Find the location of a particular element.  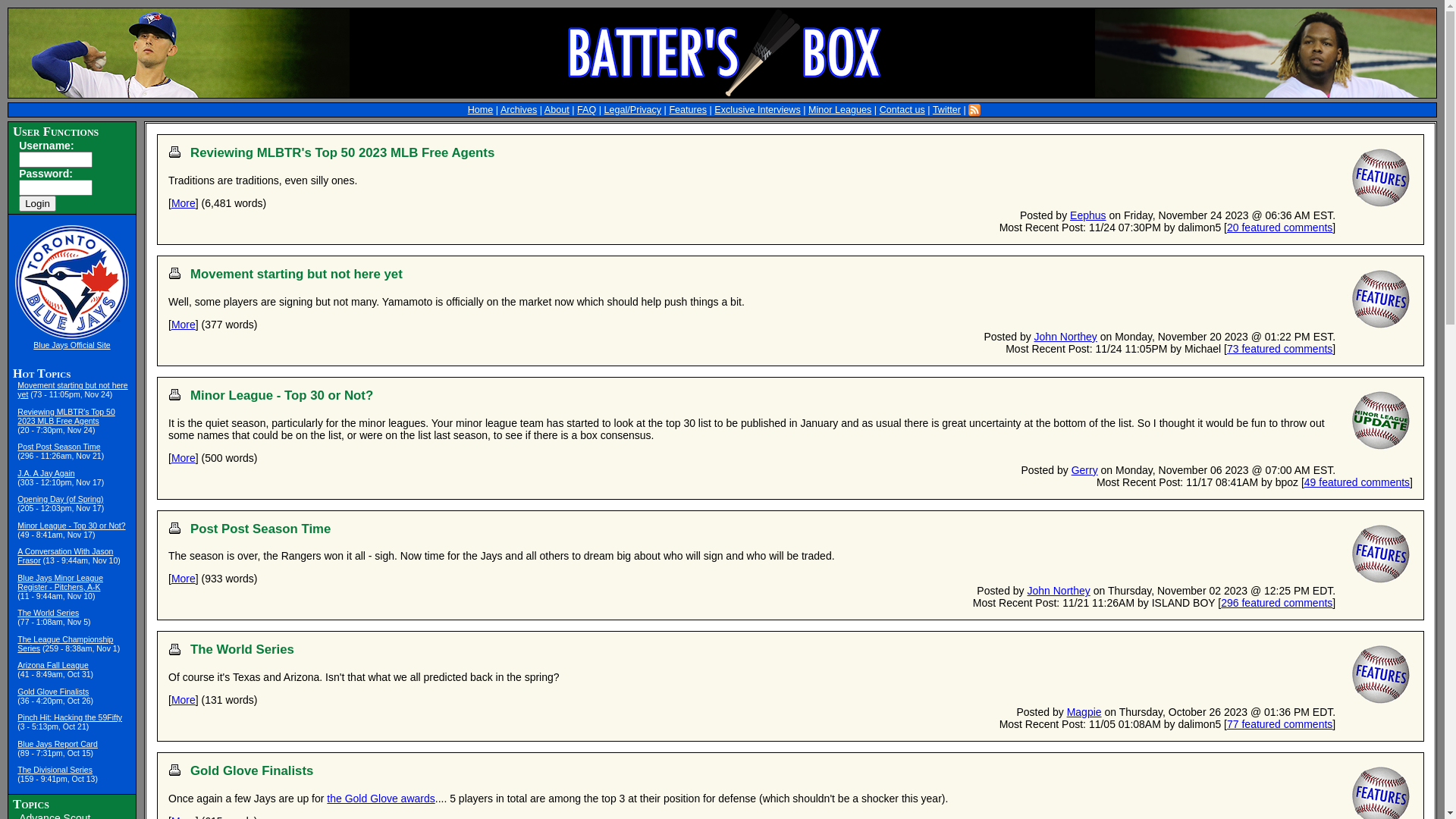

'The Divisional Series' is located at coordinates (55, 769).